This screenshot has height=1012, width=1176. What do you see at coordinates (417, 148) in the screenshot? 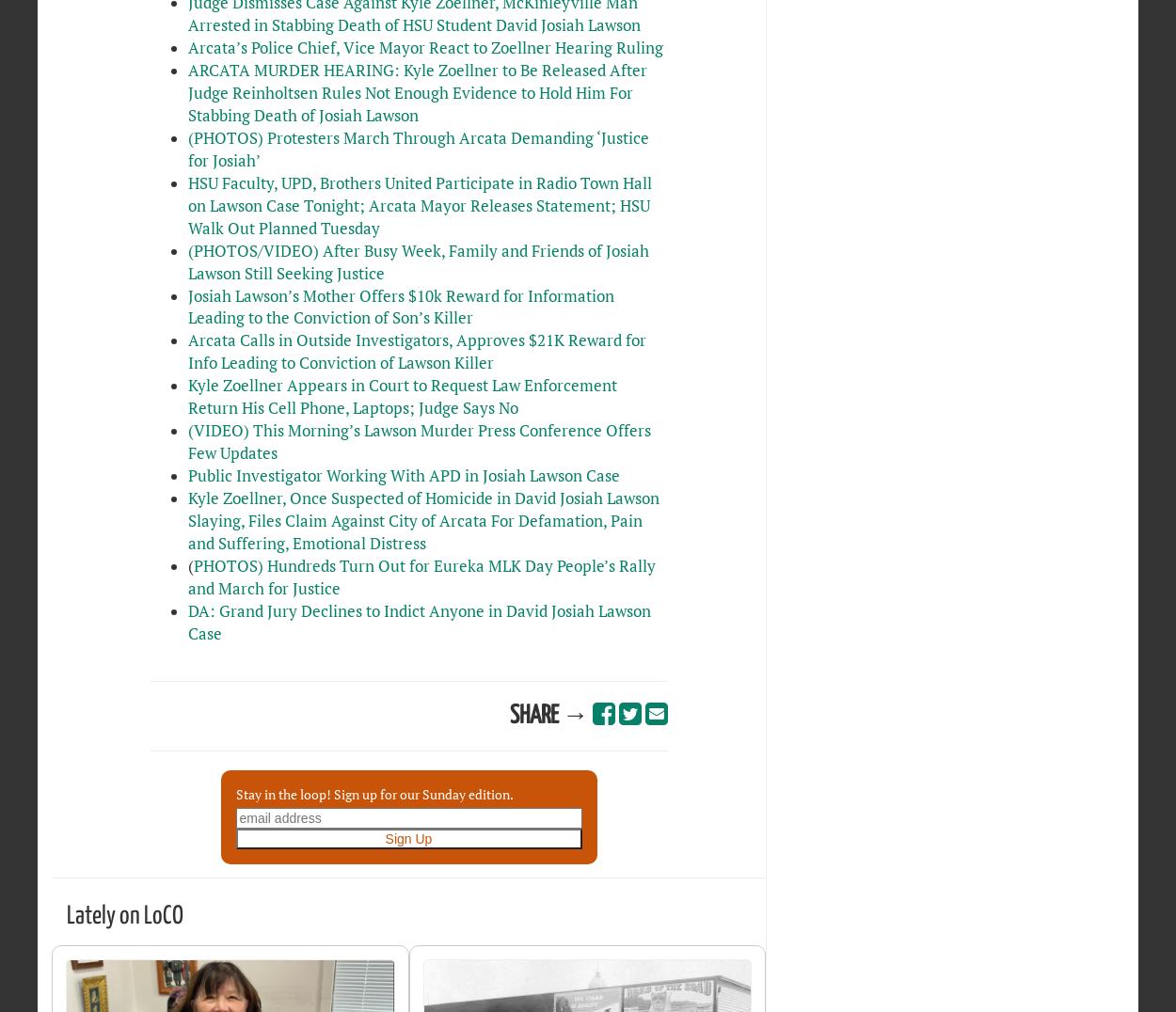
I see `'(PHOTOS) Protesters March Through Arcata Demanding ‘Justice for Josiah’'` at bounding box center [417, 148].